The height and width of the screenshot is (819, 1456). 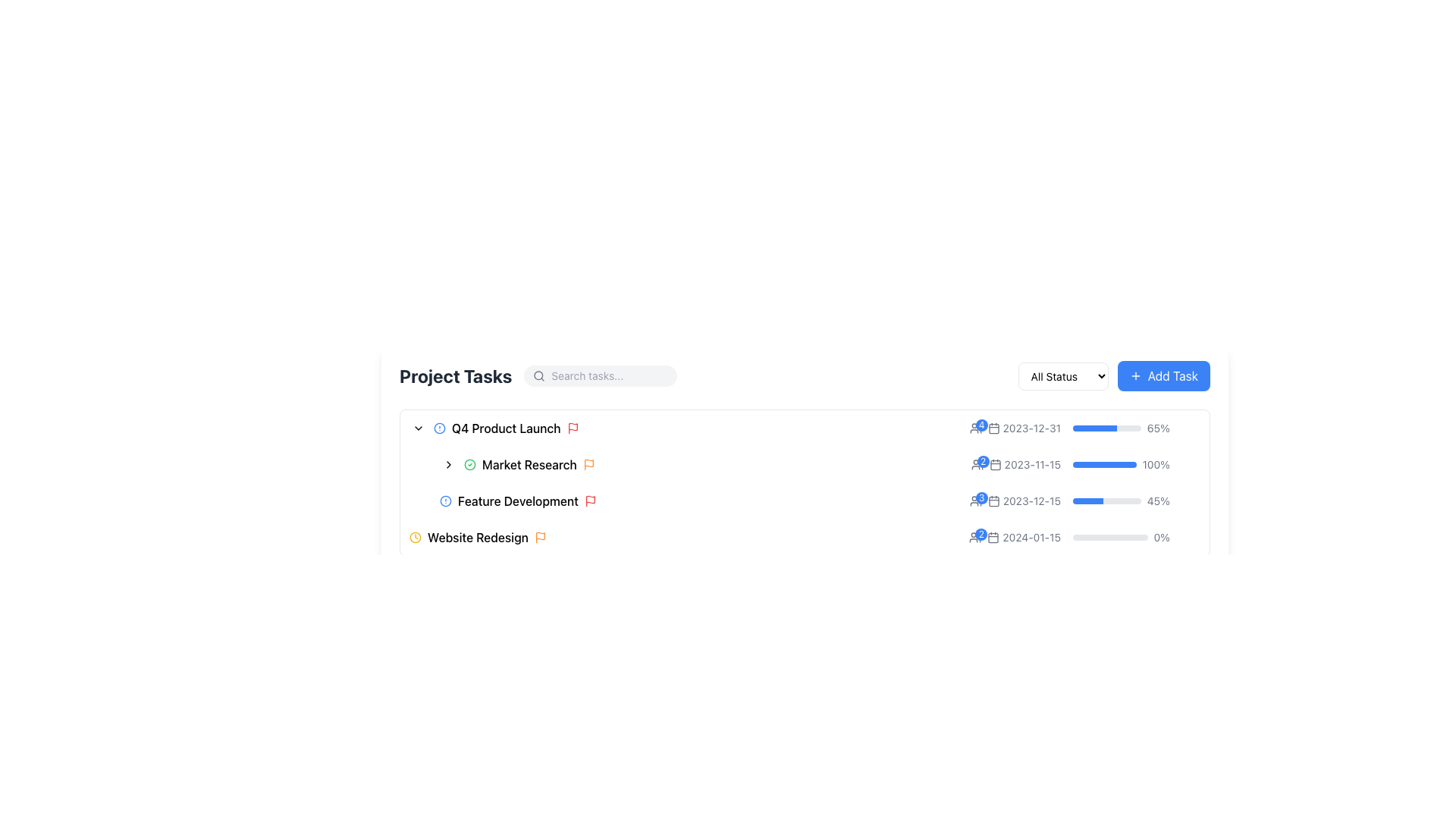 I want to click on the status completion icon, which is a green circle with a checkmark, located to the left of the 'Market Research' text, so click(x=469, y=464).